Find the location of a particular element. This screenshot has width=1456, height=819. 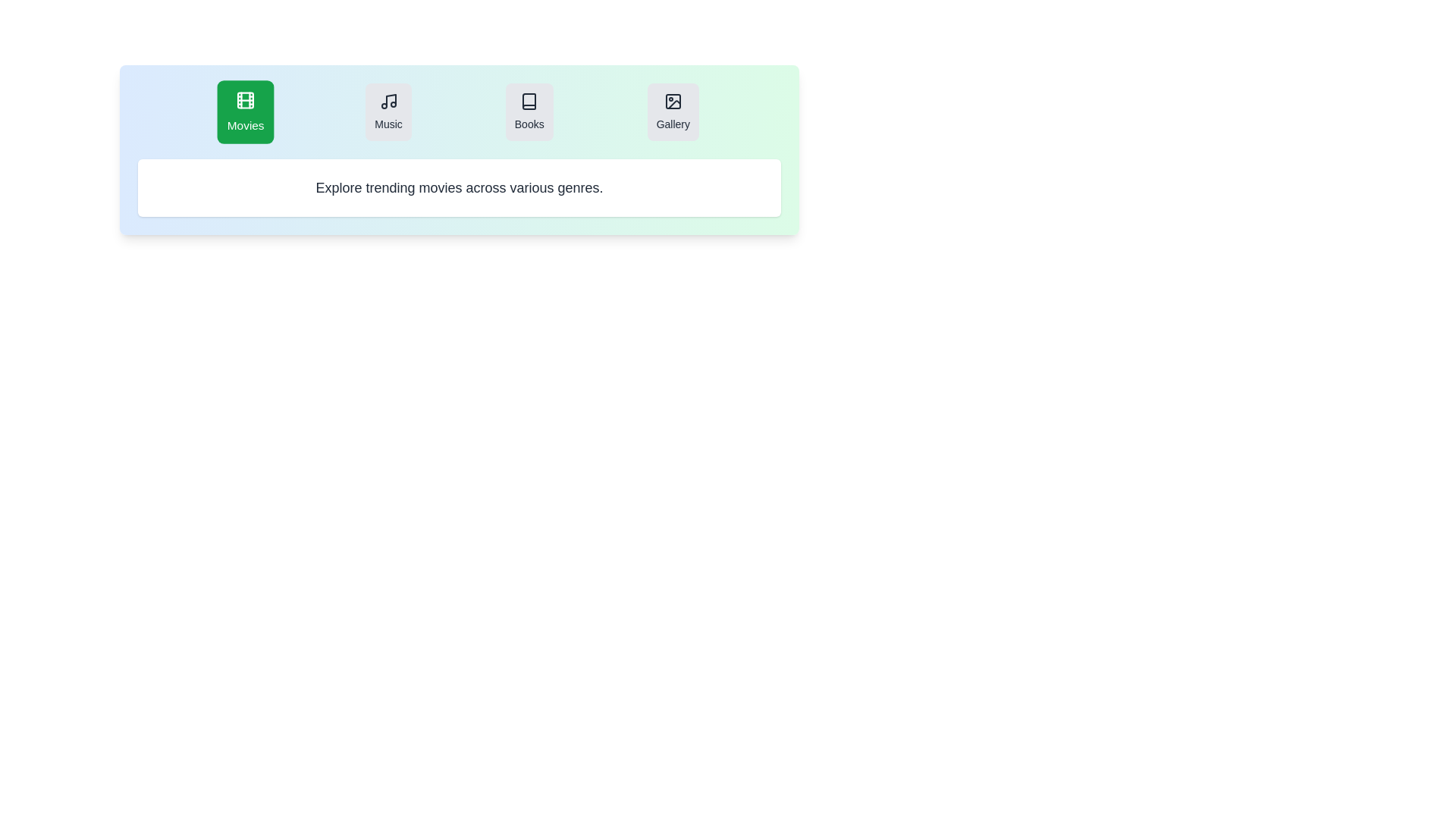

the Music tab is located at coordinates (388, 111).